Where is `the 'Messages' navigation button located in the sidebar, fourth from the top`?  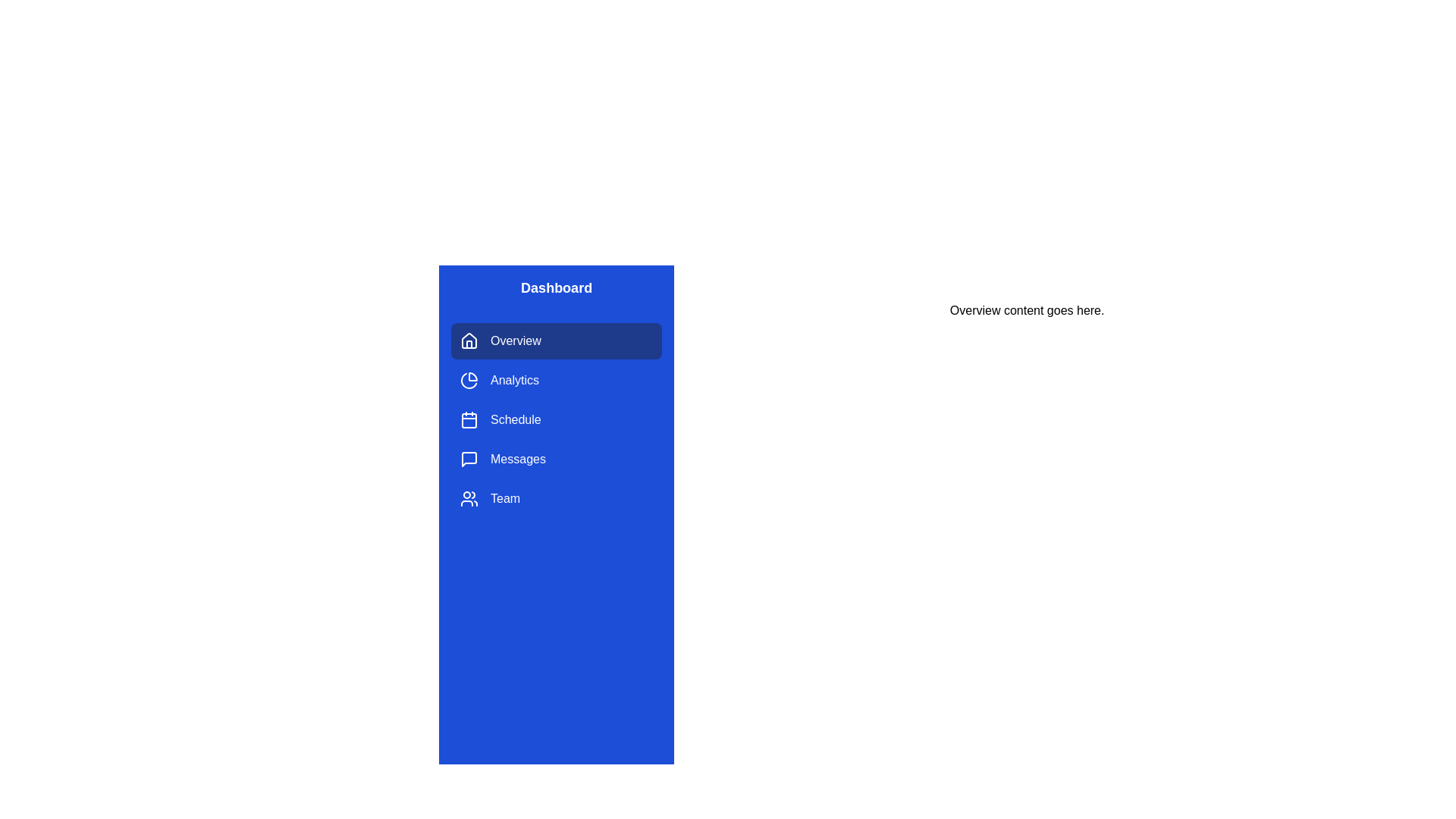 the 'Messages' navigation button located in the sidebar, fourth from the top is located at coordinates (556, 458).